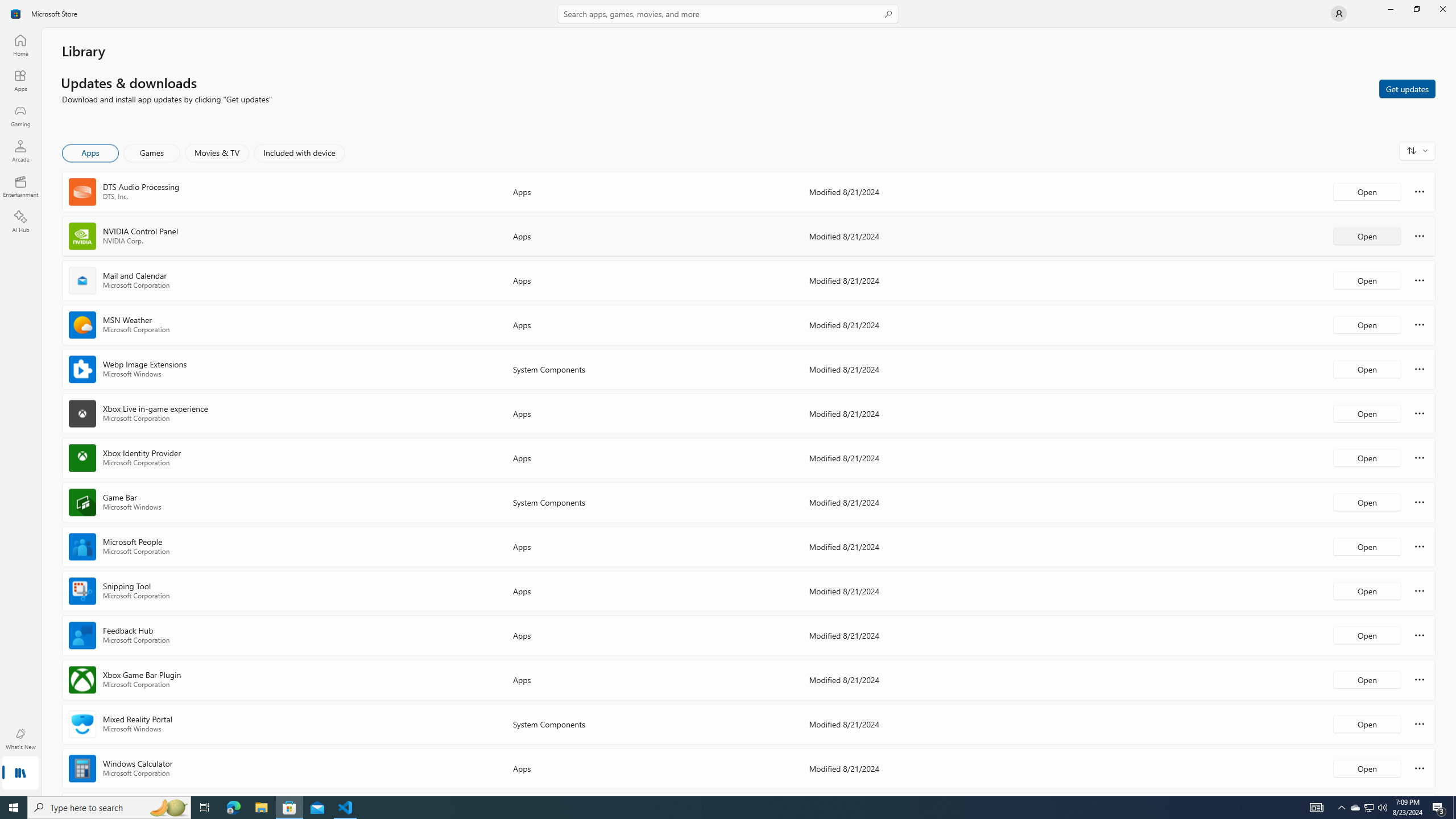 The image size is (1456, 819). I want to click on 'Included with device', so click(299, 152).